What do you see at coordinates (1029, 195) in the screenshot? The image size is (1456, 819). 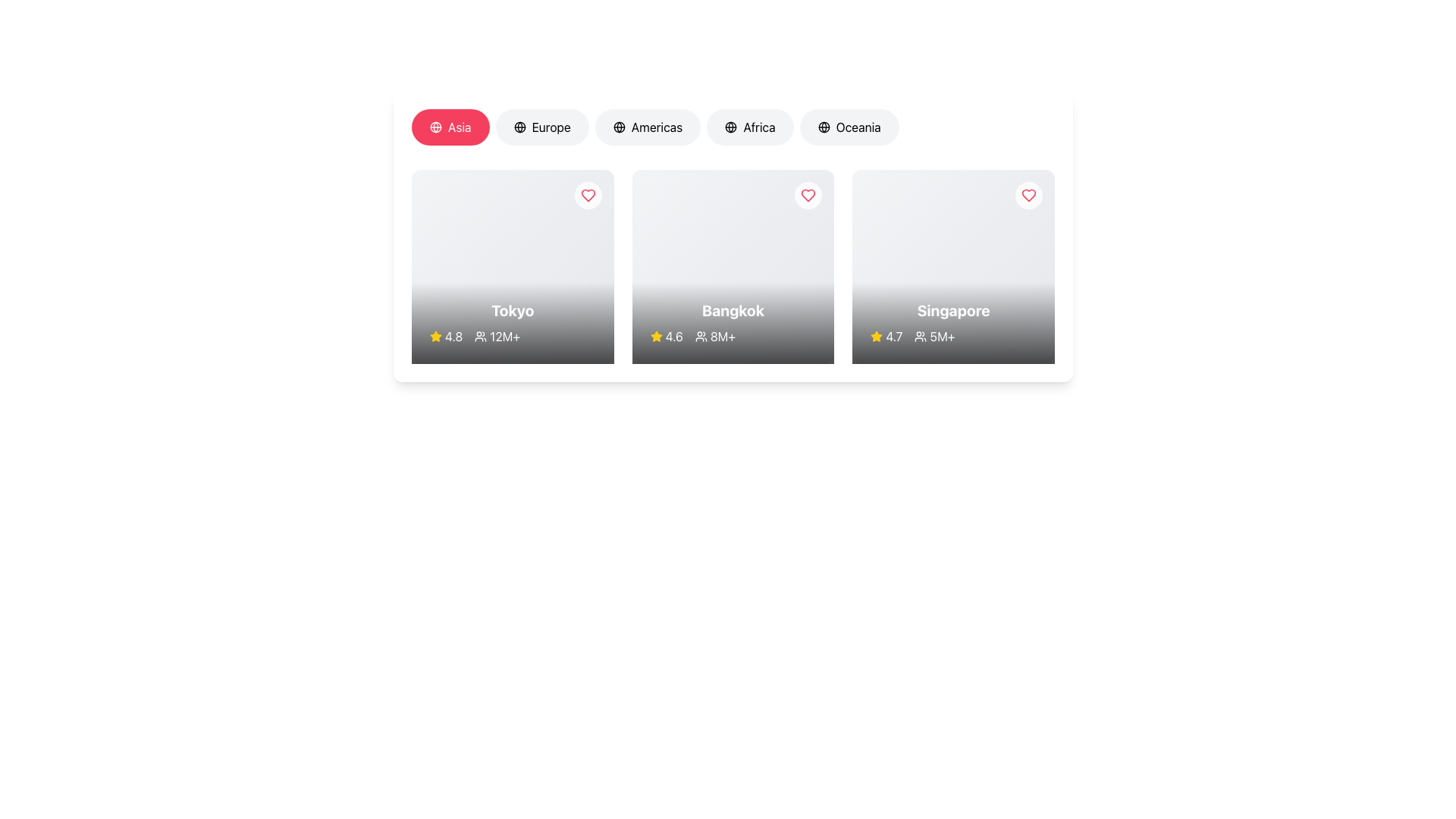 I see `the heart icon button located in the top-right corner of the card for 'Singapore' to mark it as a favorite` at bounding box center [1029, 195].